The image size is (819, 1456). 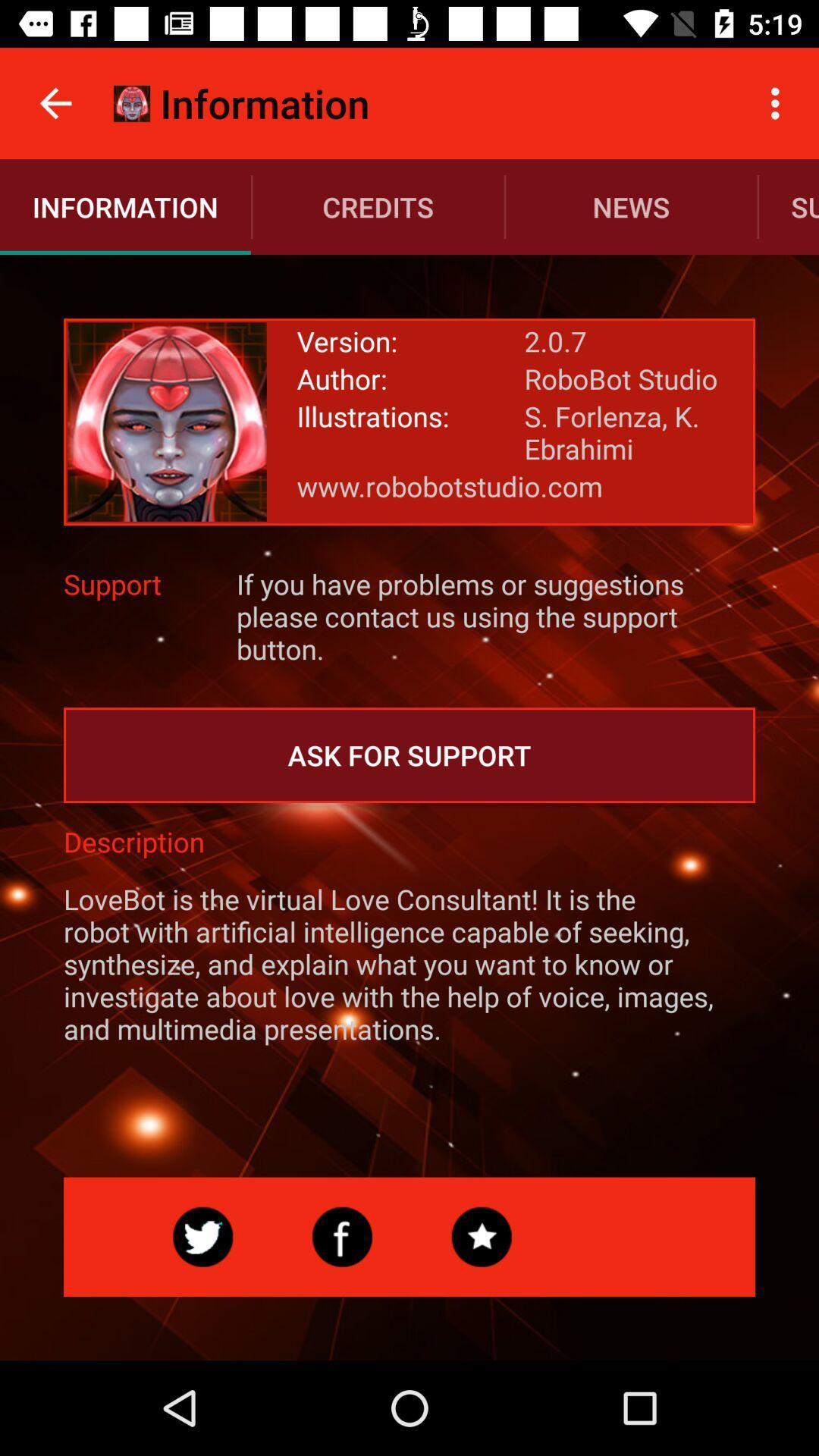 I want to click on the twitter icon, so click(x=202, y=1237).